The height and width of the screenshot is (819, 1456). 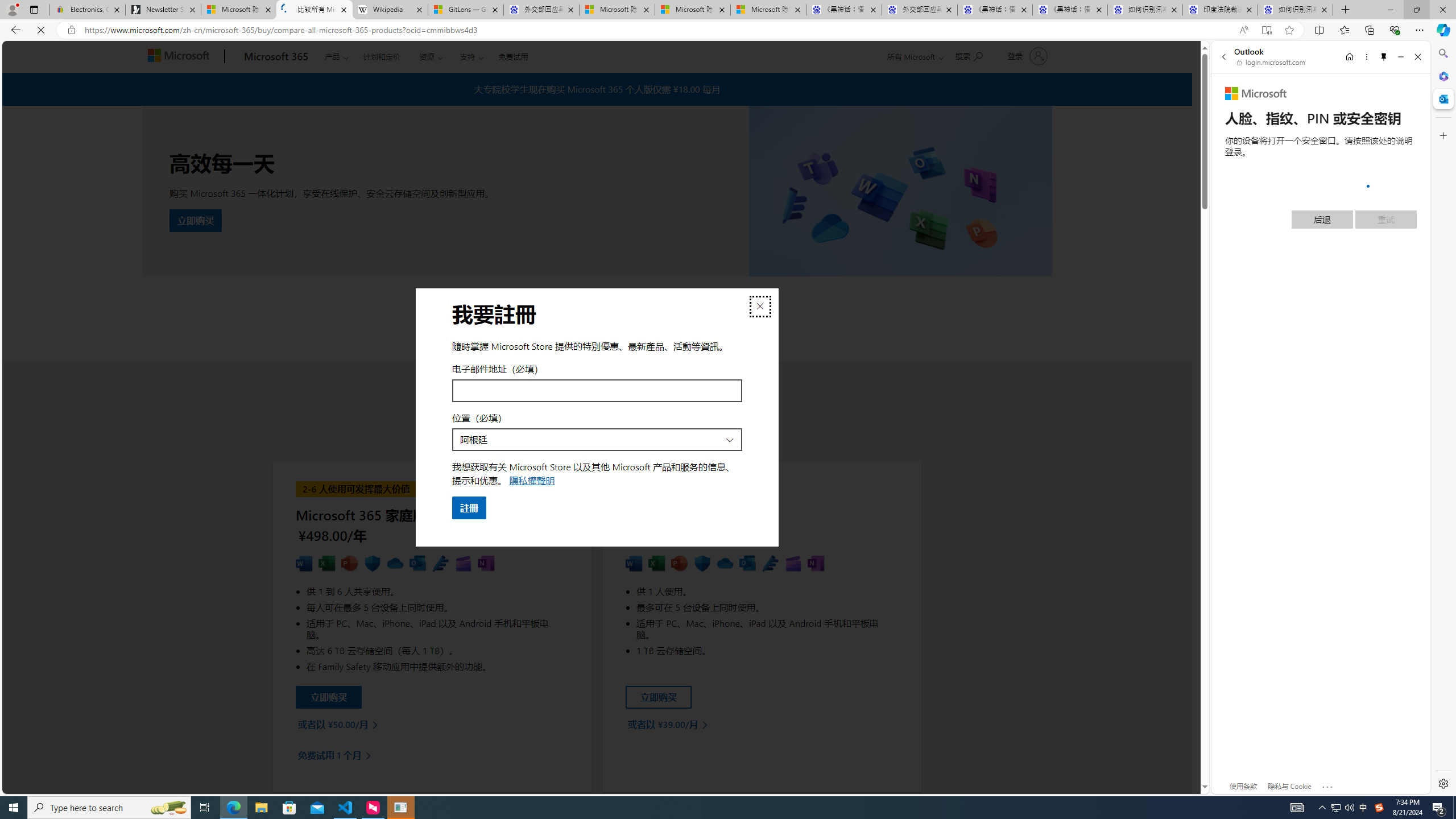 What do you see at coordinates (1443, 418) in the screenshot?
I see `'Side bar'` at bounding box center [1443, 418].